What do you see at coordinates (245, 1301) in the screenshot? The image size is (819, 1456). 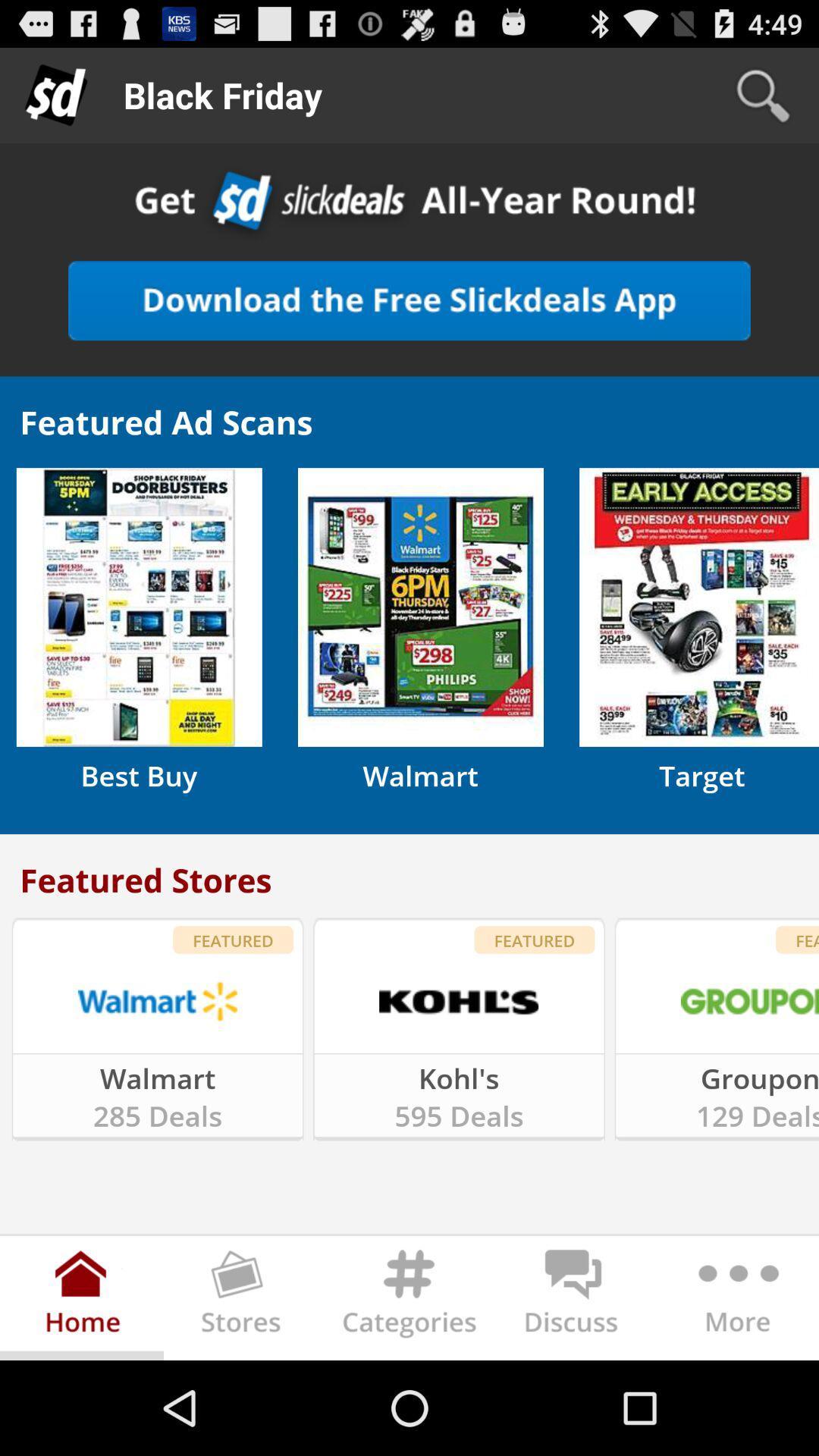 I see `find stores` at bounding box center [245, 1301].